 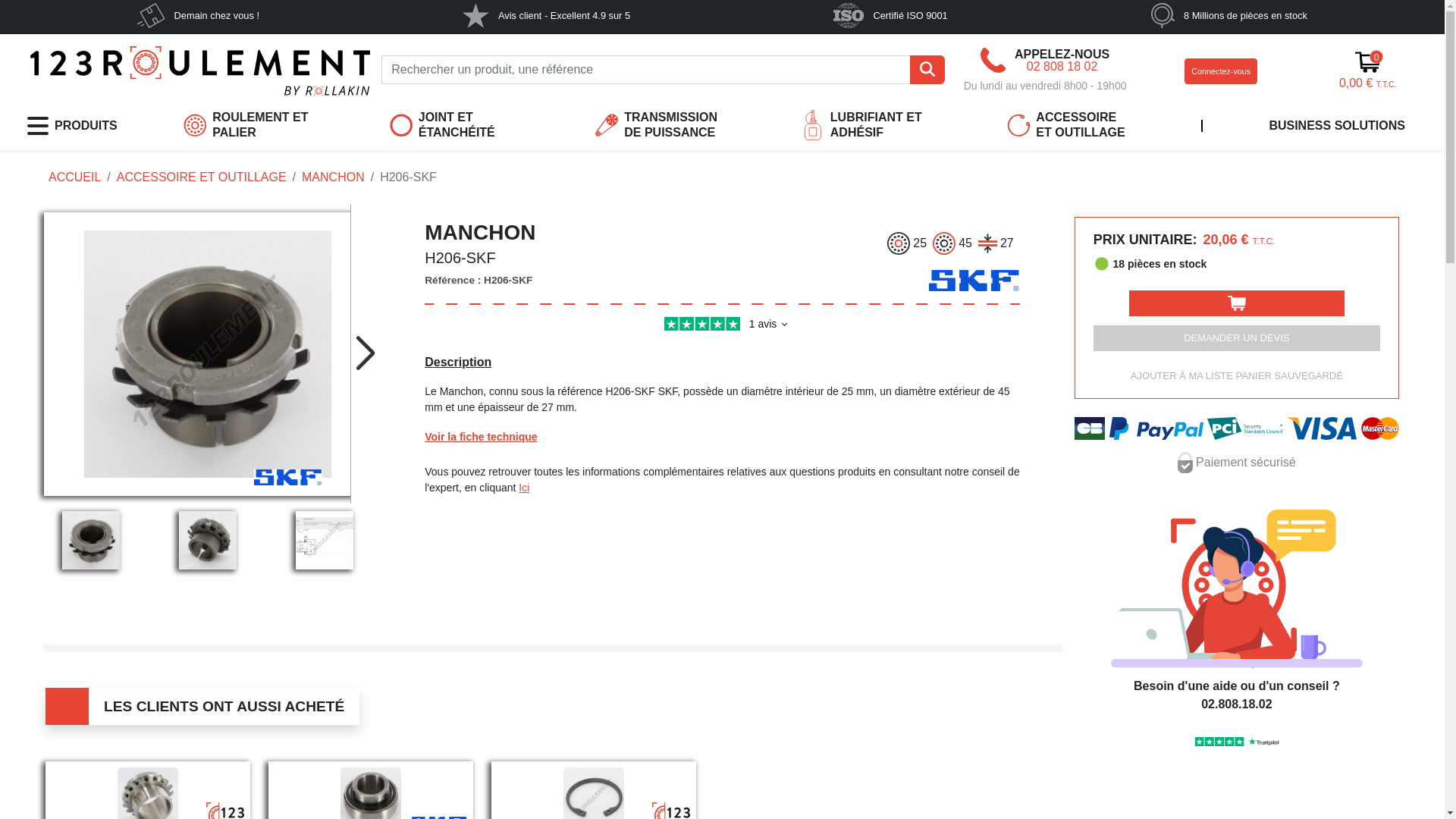 What do you see at coordinates (247, 124) in the screenshot?
I see `'ROULEMENT ET PALIER'` at bounding box center [247, 124].